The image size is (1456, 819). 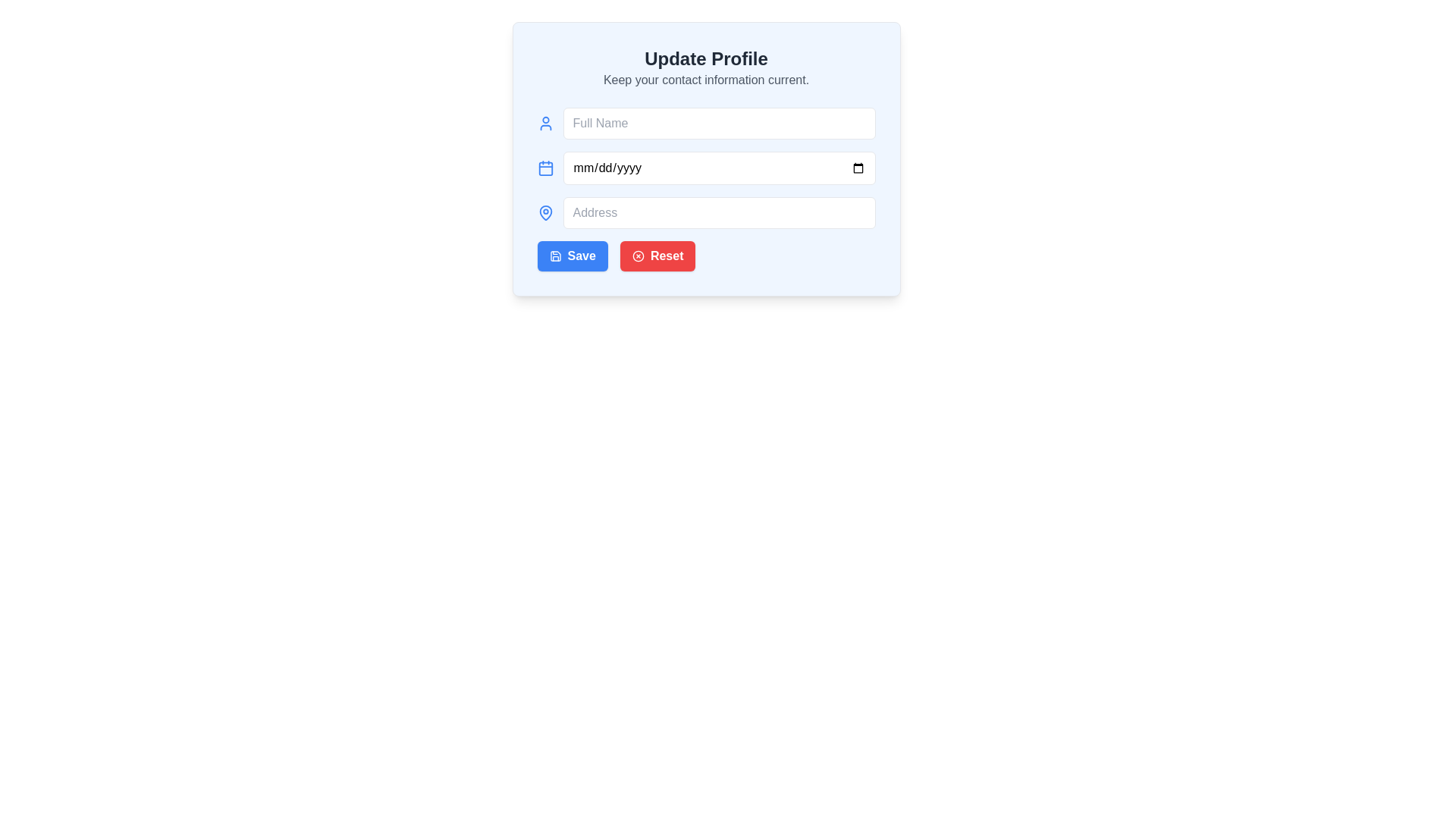 I want to click on the blue floppy disk icon located to the left of the 'Save' button in the form UI, so click(x=554, y=256).